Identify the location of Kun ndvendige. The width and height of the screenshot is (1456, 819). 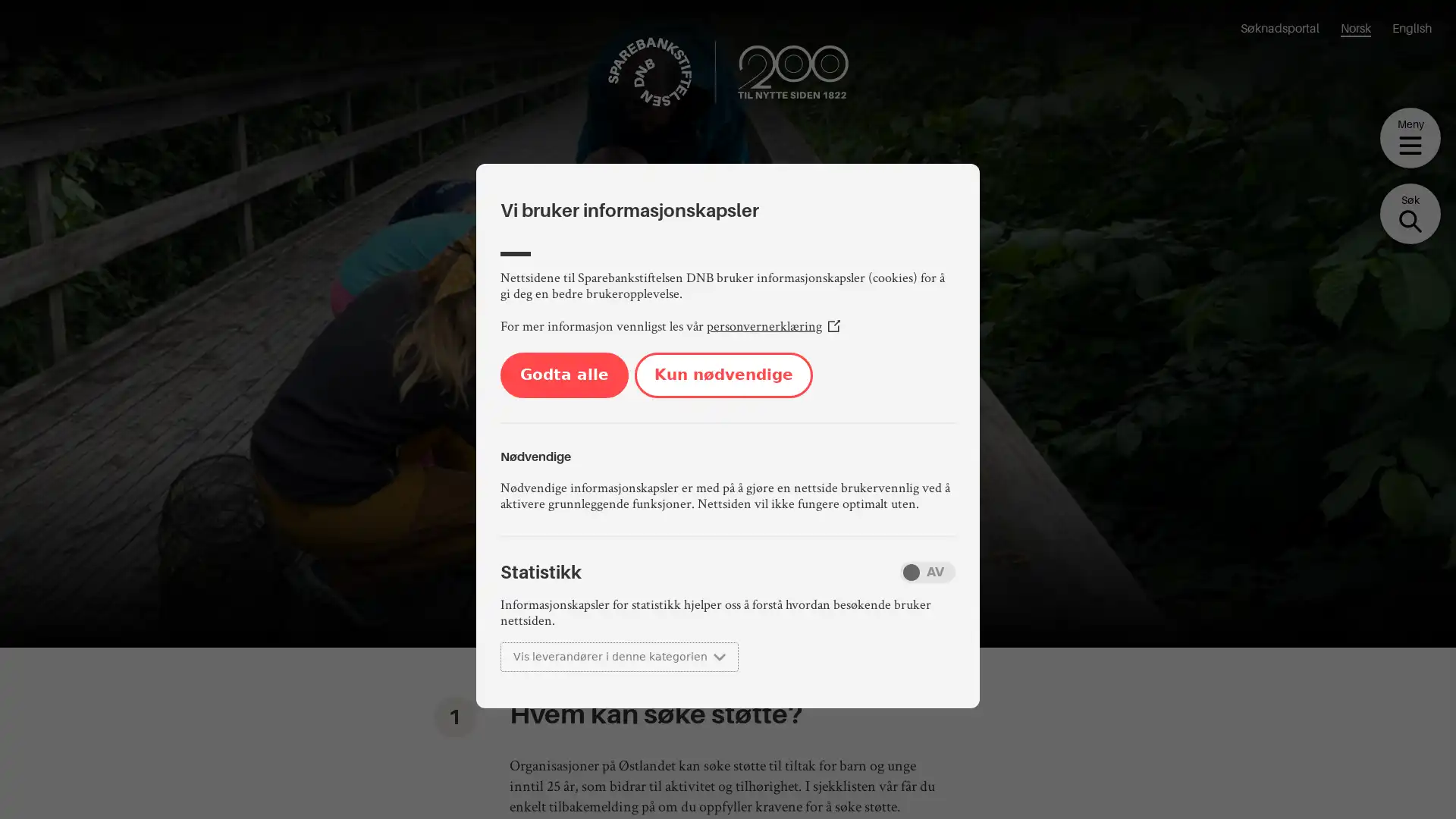
(723, 375).